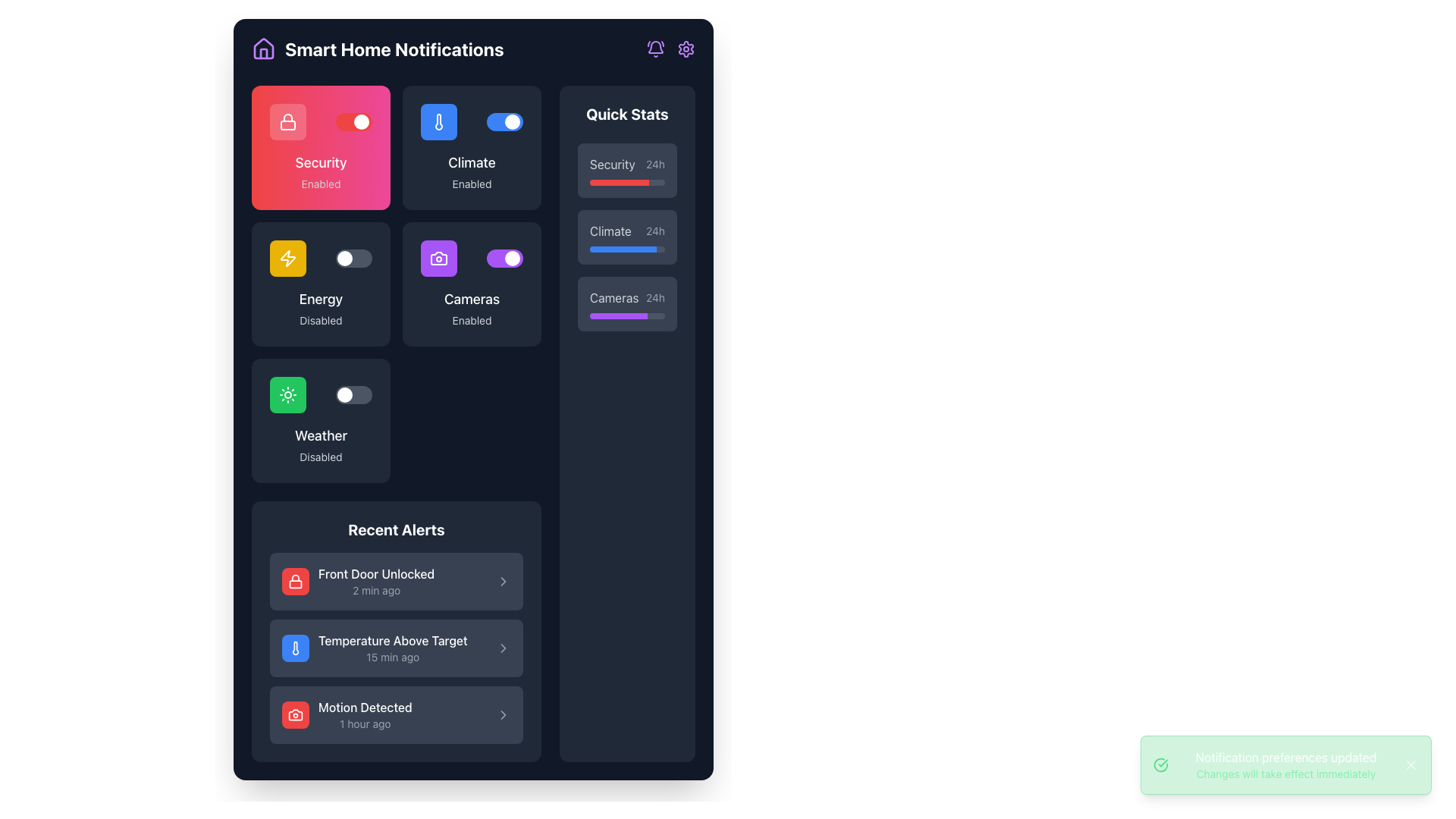 This screenshot has width=1456, height=819. Describe the element at coordinates (627, 315) in the screenshot. I see `the compact horizontal progress bar with a light gray background and a purple filled segment located in the 'Quick Stats' section, below the 'Cameras 24h' label` at that location.